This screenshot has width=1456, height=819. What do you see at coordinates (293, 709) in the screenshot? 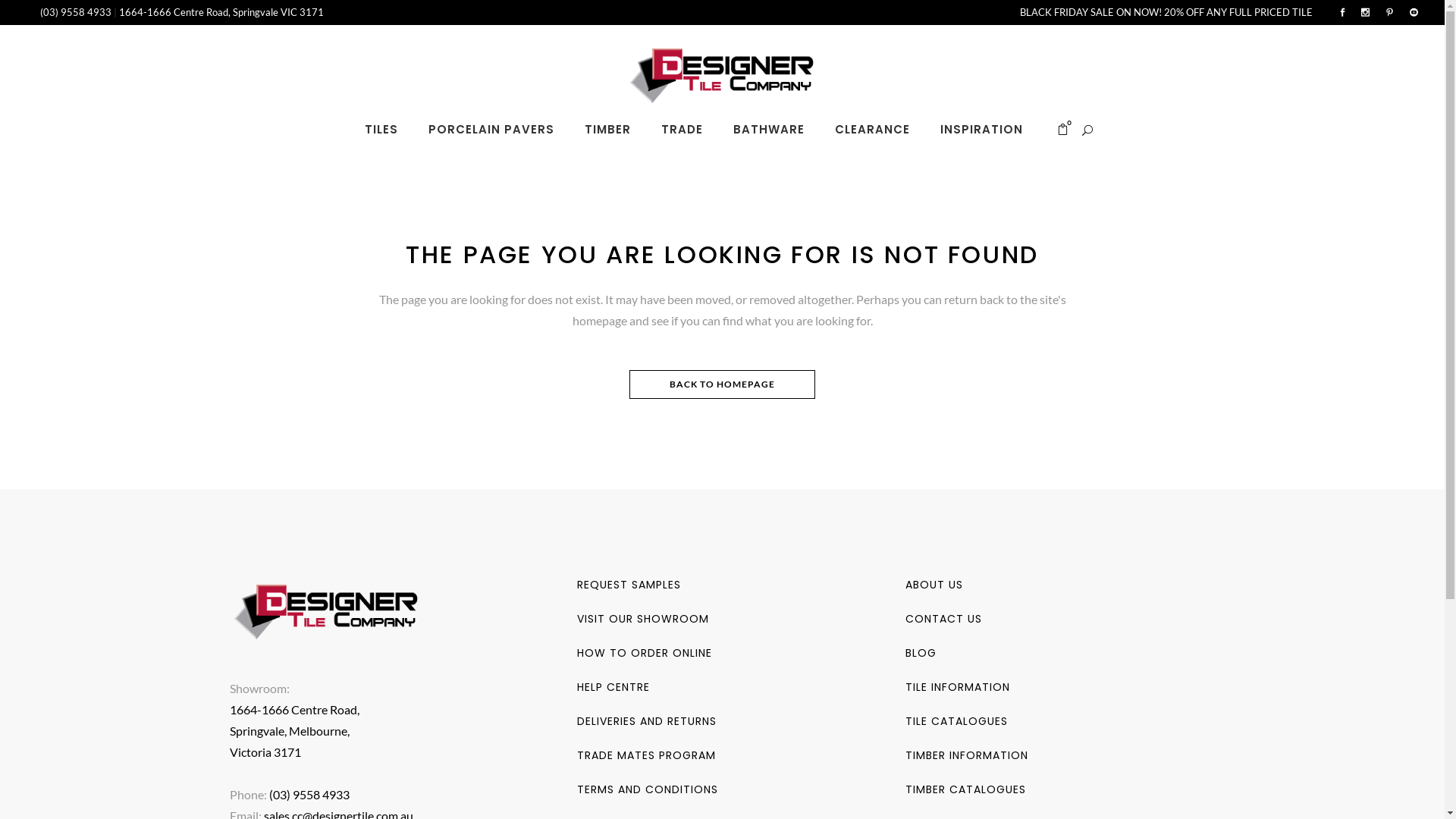
I see `'1664-1666 Centre Road,'` at bounding box center [293, 709].